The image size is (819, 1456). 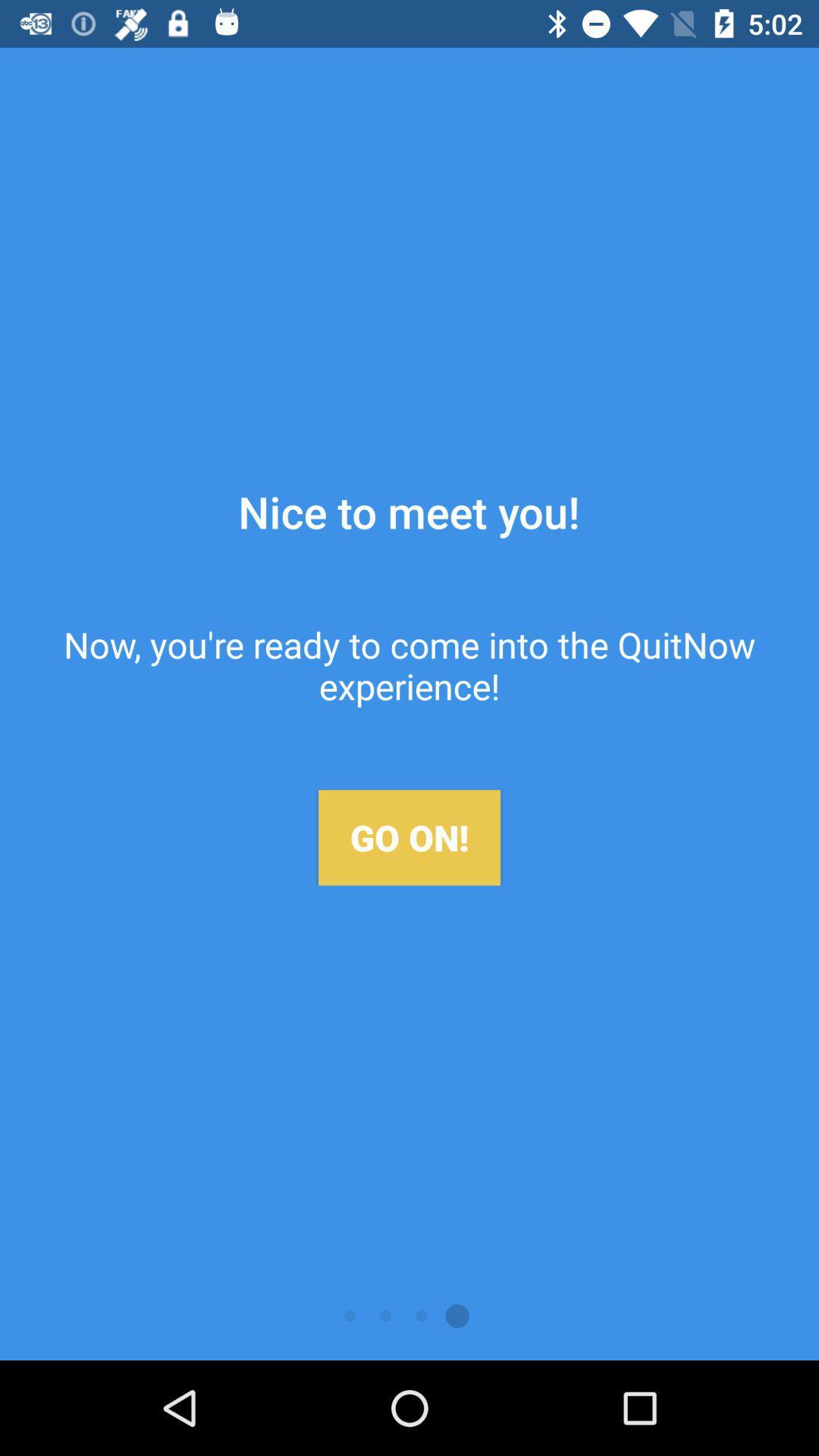 I want to click on icon below the now you re item, so click(x=409, y=836).